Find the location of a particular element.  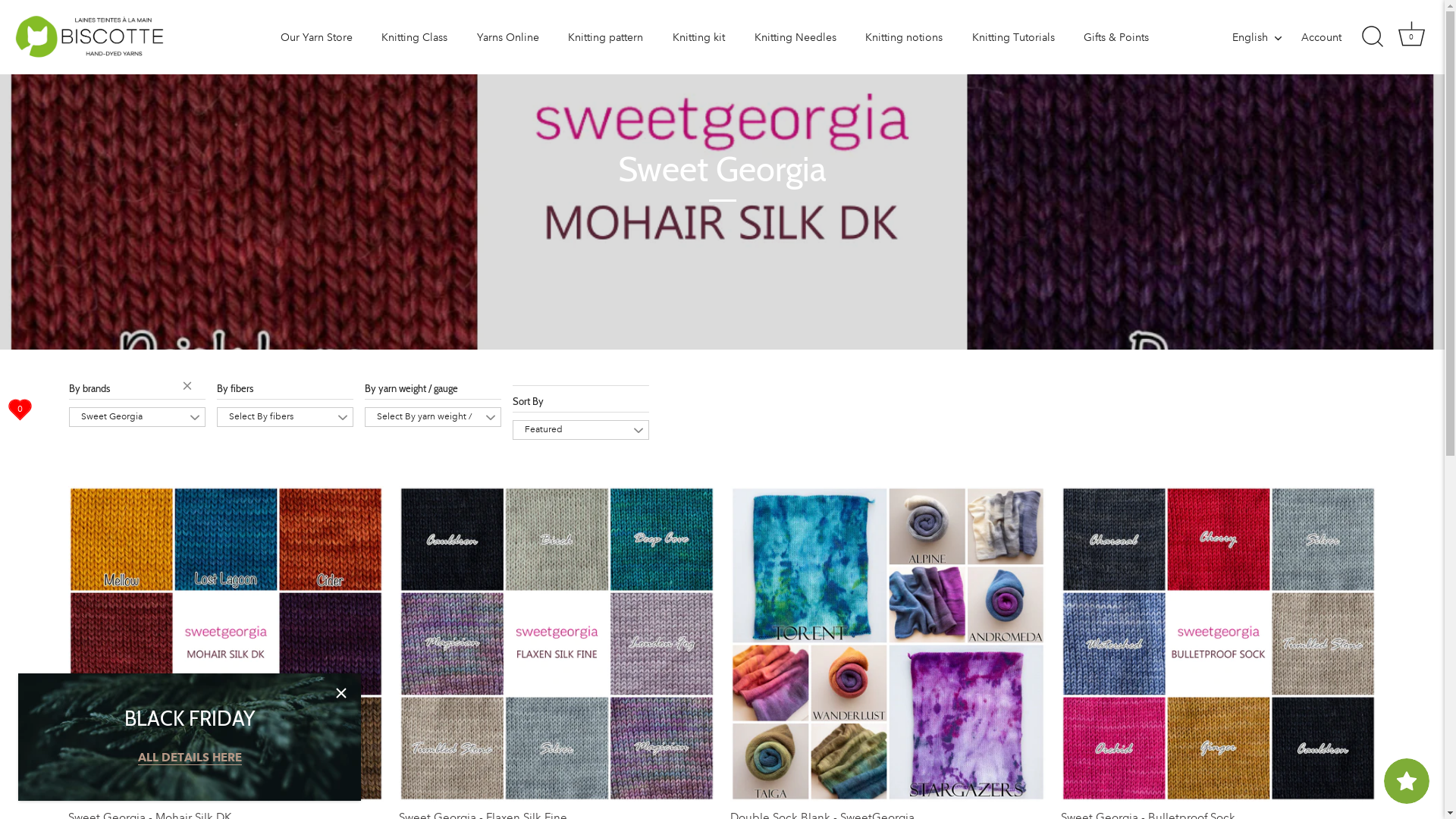

'clear' is located at coordinates (182, 388).